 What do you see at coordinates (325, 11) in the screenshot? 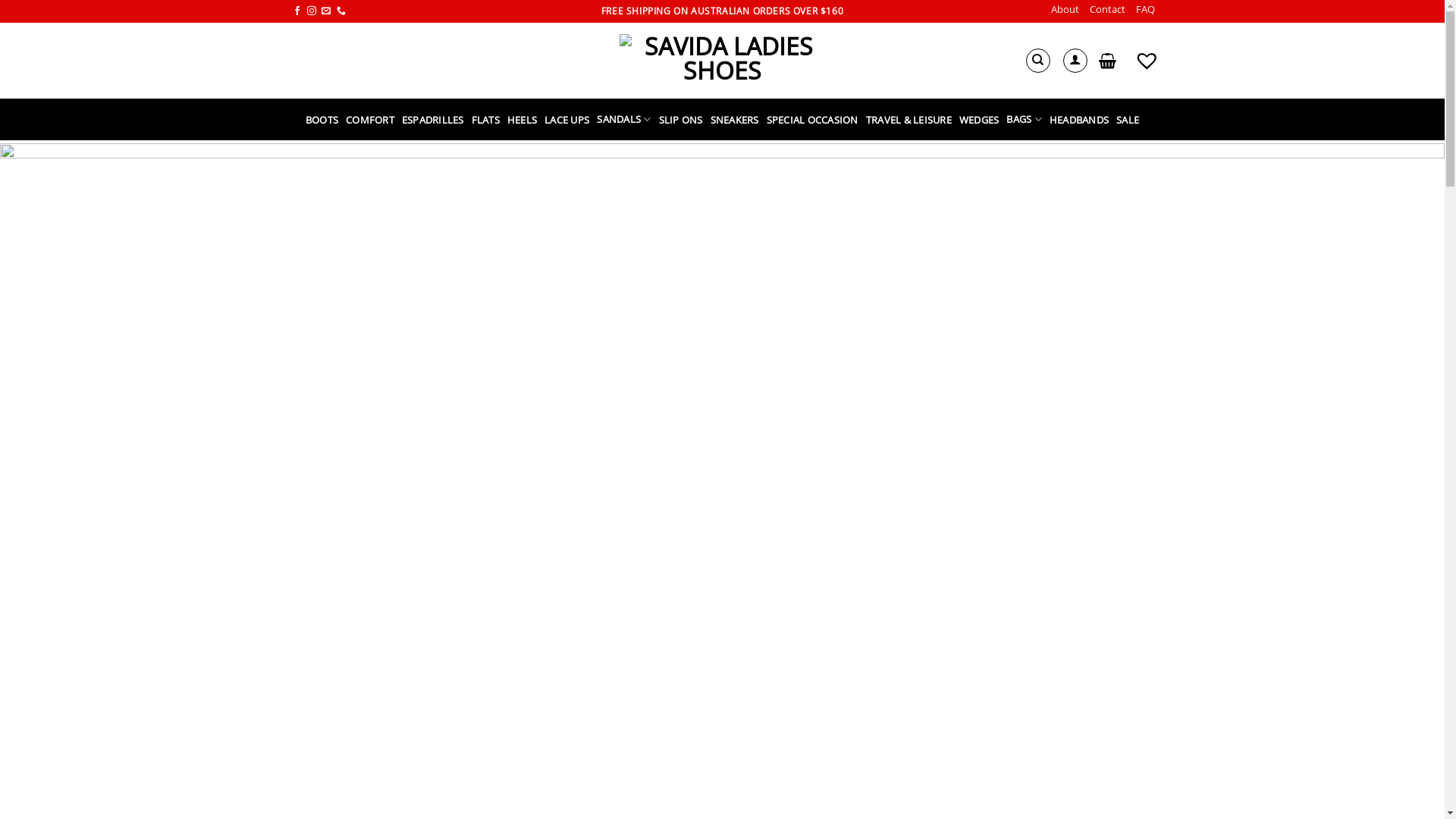
I see `'Send us an email'` at bounding box center [325, 11].